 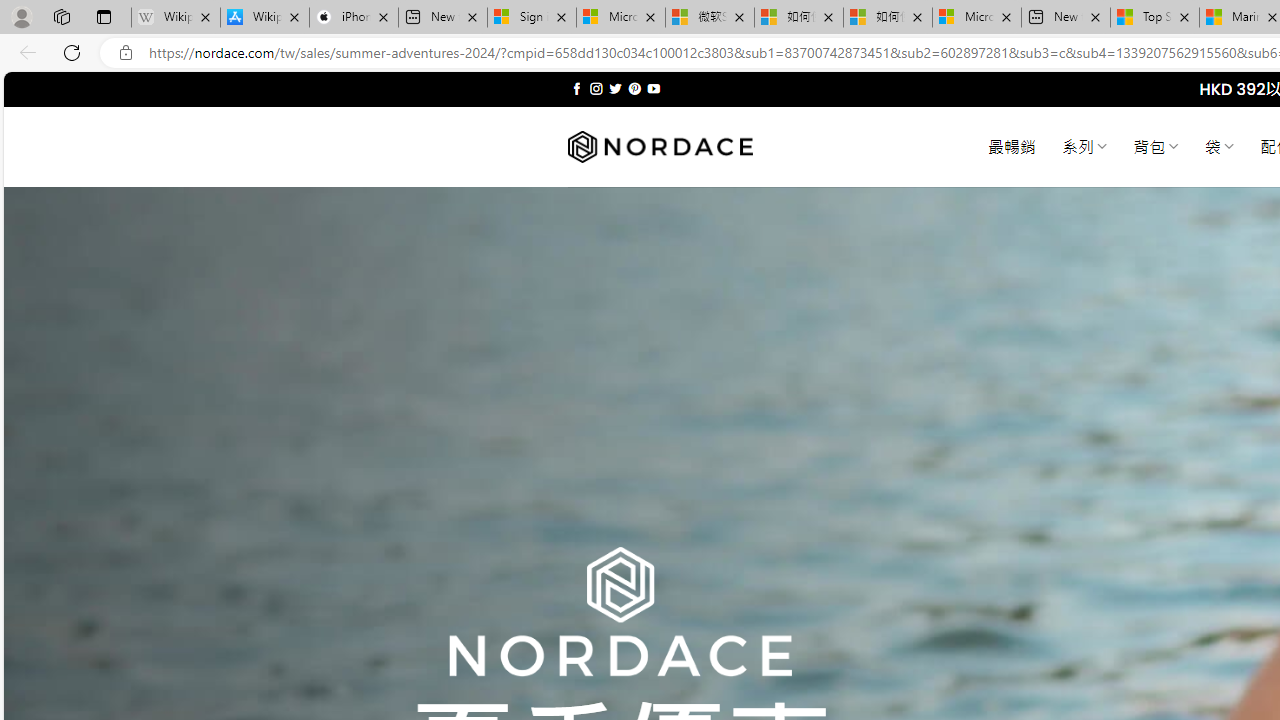 What do you see at coordinates (659, 146) in the screenshot?
I see `'Nordace'` at bounding box center [659, 146].